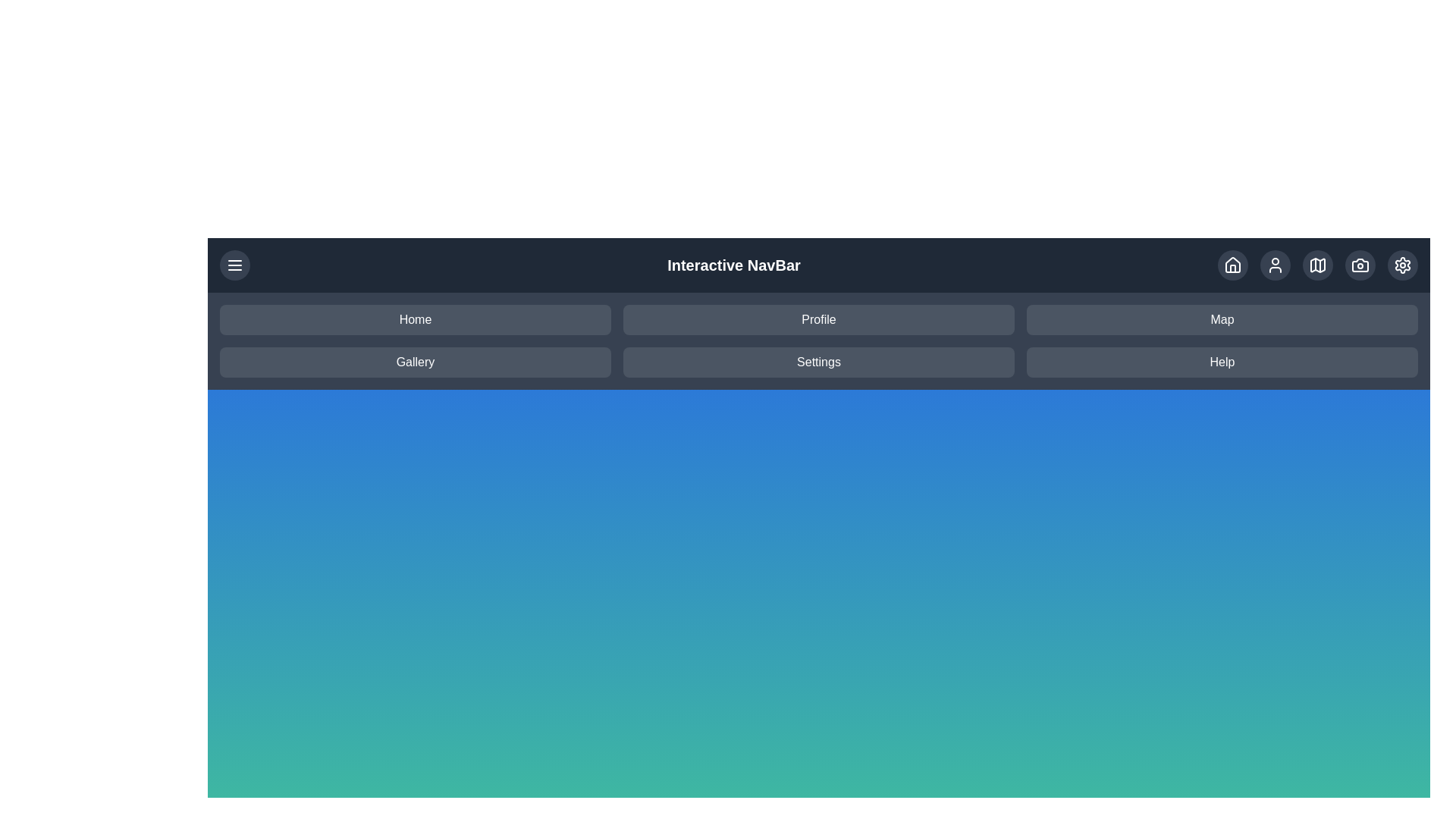 The height and width of the screenshot is (819, 1456). What do you see at coordinates (818, 318) in the screenshot?
I see `the menu item labeled Profile` at bounding box center [818, 318].